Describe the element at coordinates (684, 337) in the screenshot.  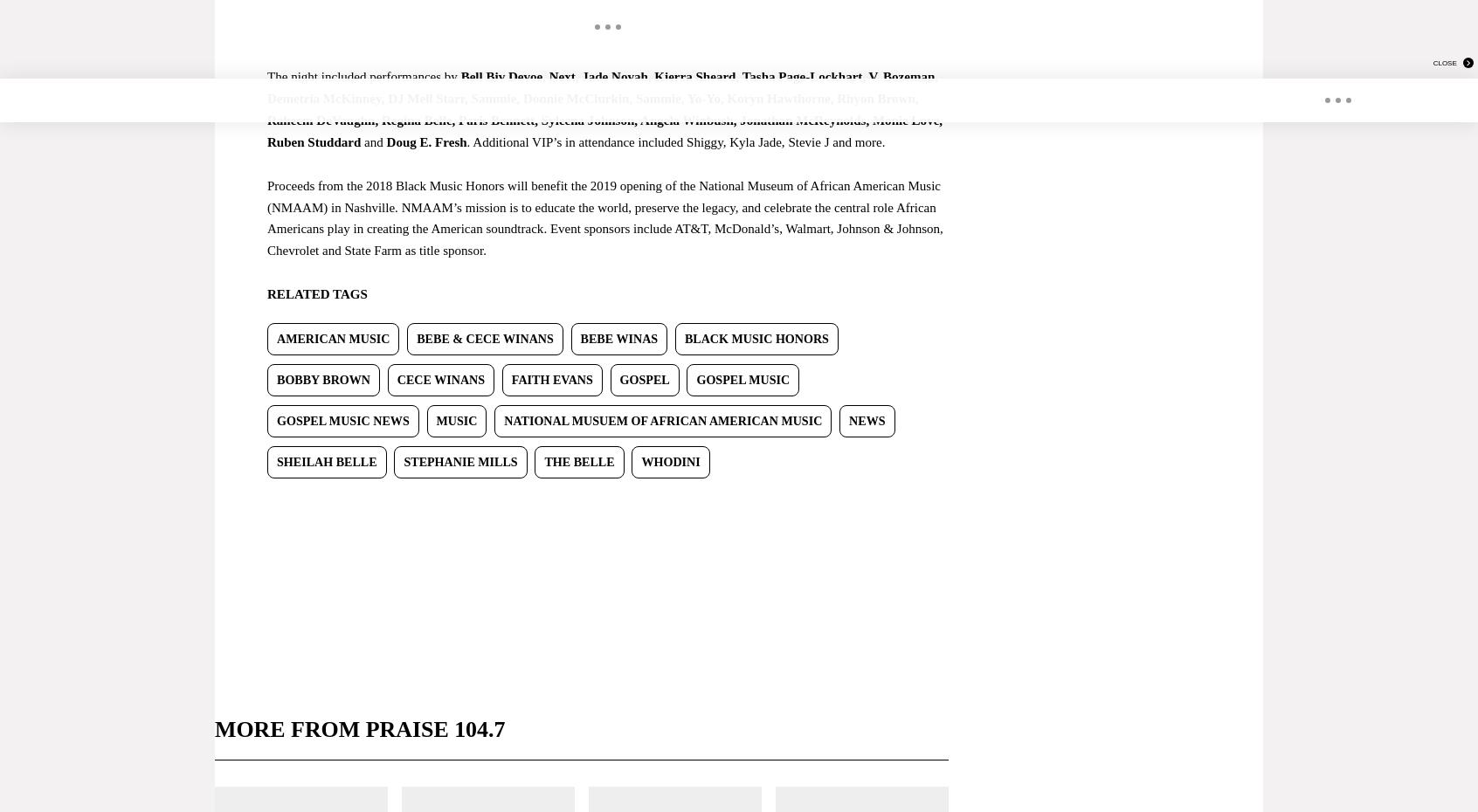
I see `'Black Music Honors'` at that location.